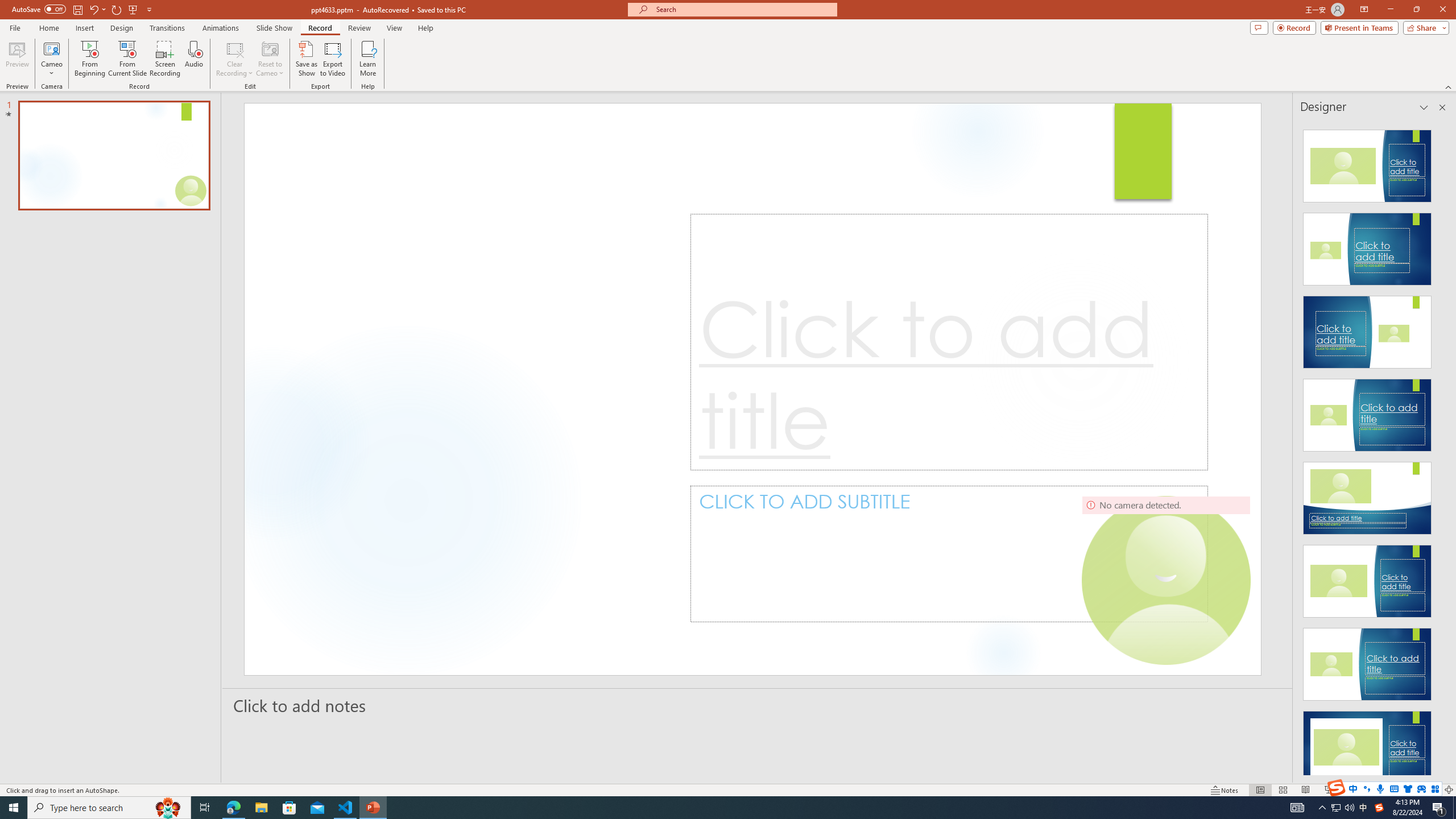 The image size is (1456, 819). Describe the element at coordinates (127, 59) in the screenshot. I see `'From Current Slide...'` at that location.